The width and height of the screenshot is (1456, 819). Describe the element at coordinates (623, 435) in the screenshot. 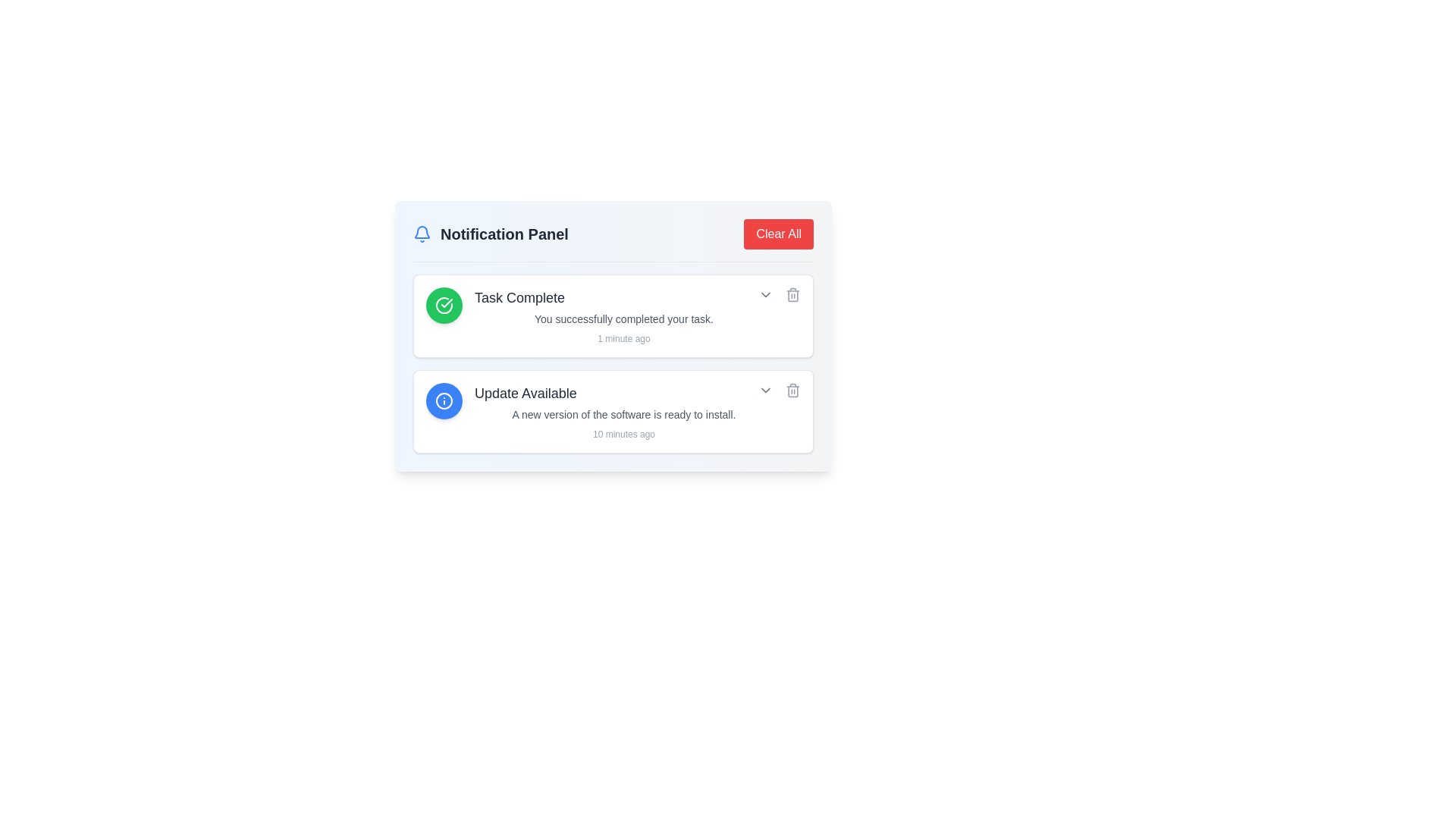

I see `time information displayed in the small text label that says '10 minutes ago', which is positioned below the notification message in the 'Update Available' notification panel` at that location.